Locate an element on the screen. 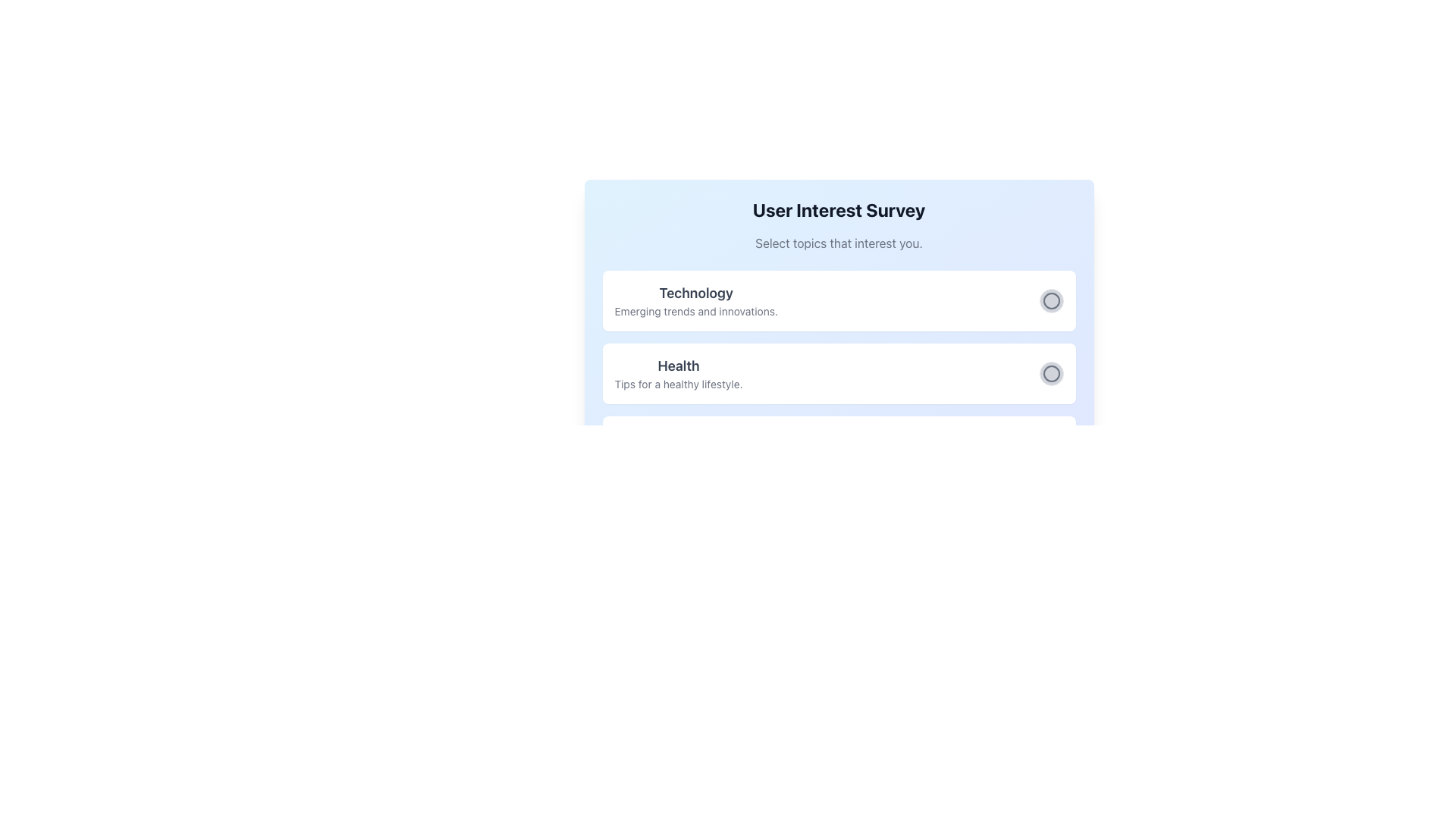 The width and height of the screenshot is (1456, 819). the radio button for the 'Health' topic to receive additional feedback is located at coordinates (1050, 374).